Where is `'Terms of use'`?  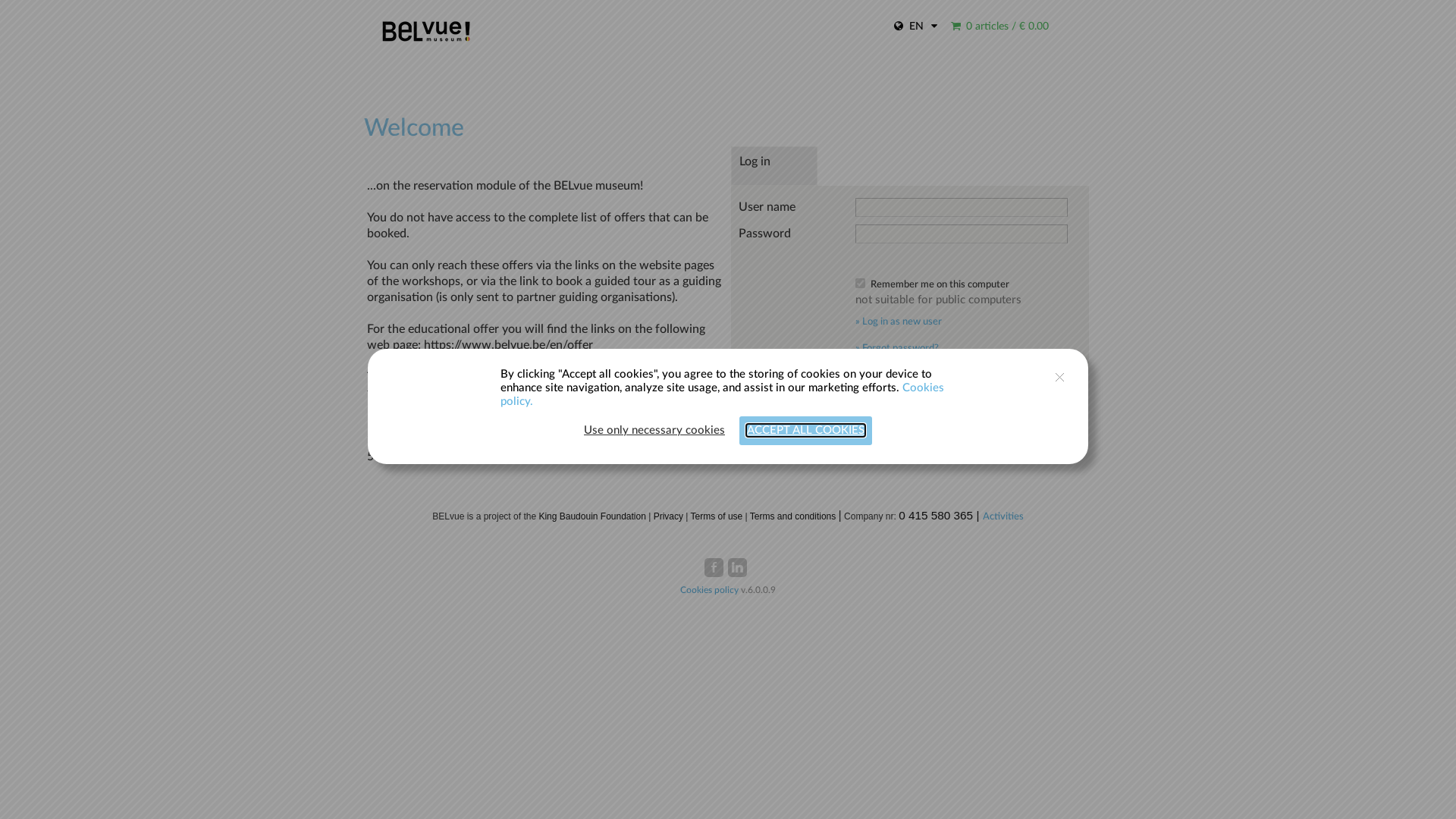 'Terms of use' is located at coordinates (716, 516).